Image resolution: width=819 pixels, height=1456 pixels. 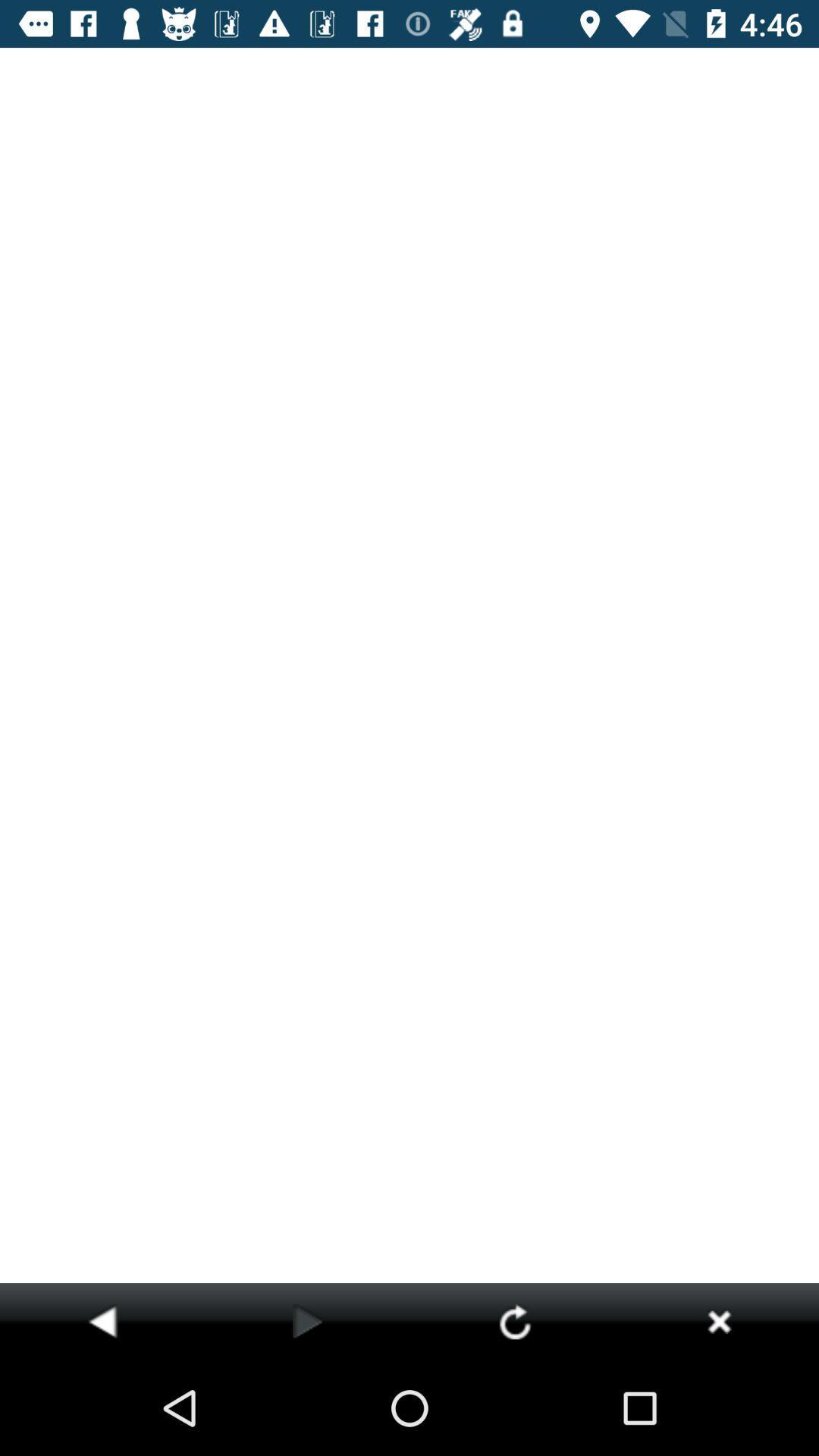 I want to click on go forward, so click(x=307, y=1320).